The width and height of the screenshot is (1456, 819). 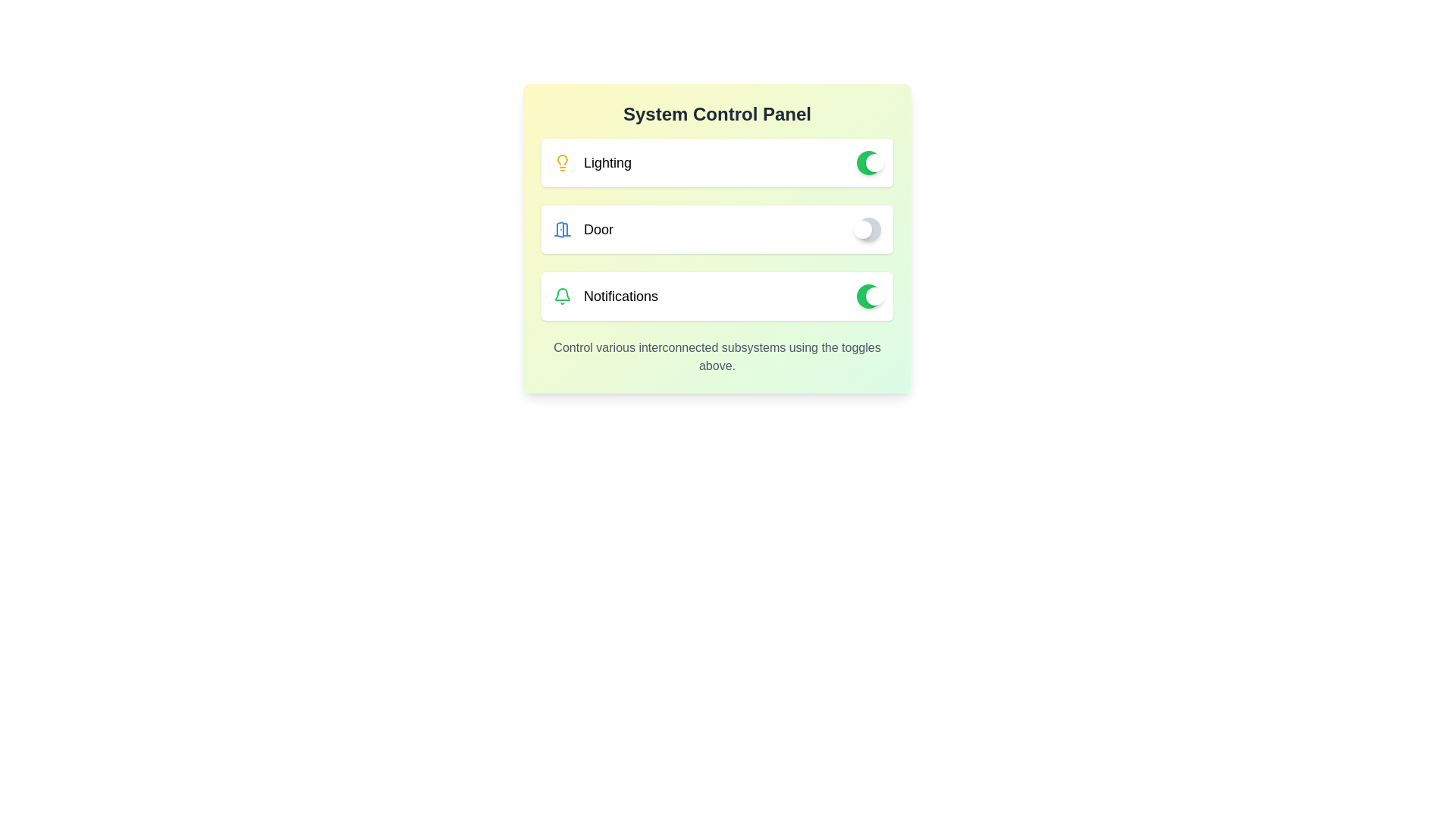 What do you see at coordinates (562, 163) in the screenshot?
I see `the lighting icon to observe its visual representation` at bounding box center [562, 163].